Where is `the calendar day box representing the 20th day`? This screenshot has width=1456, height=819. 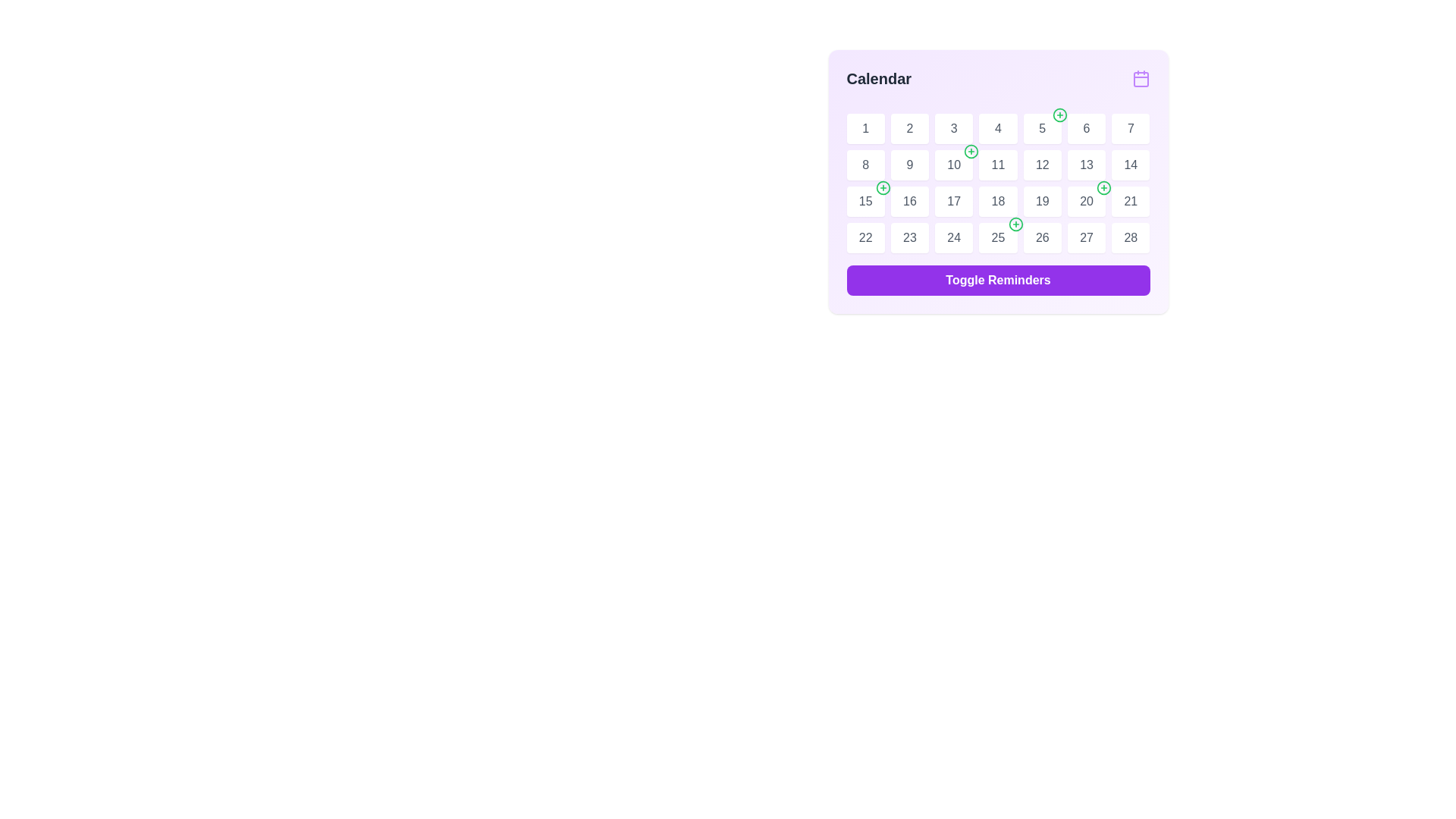
the calendar day box representing the 20th day is located at coordinates (1086, 201).